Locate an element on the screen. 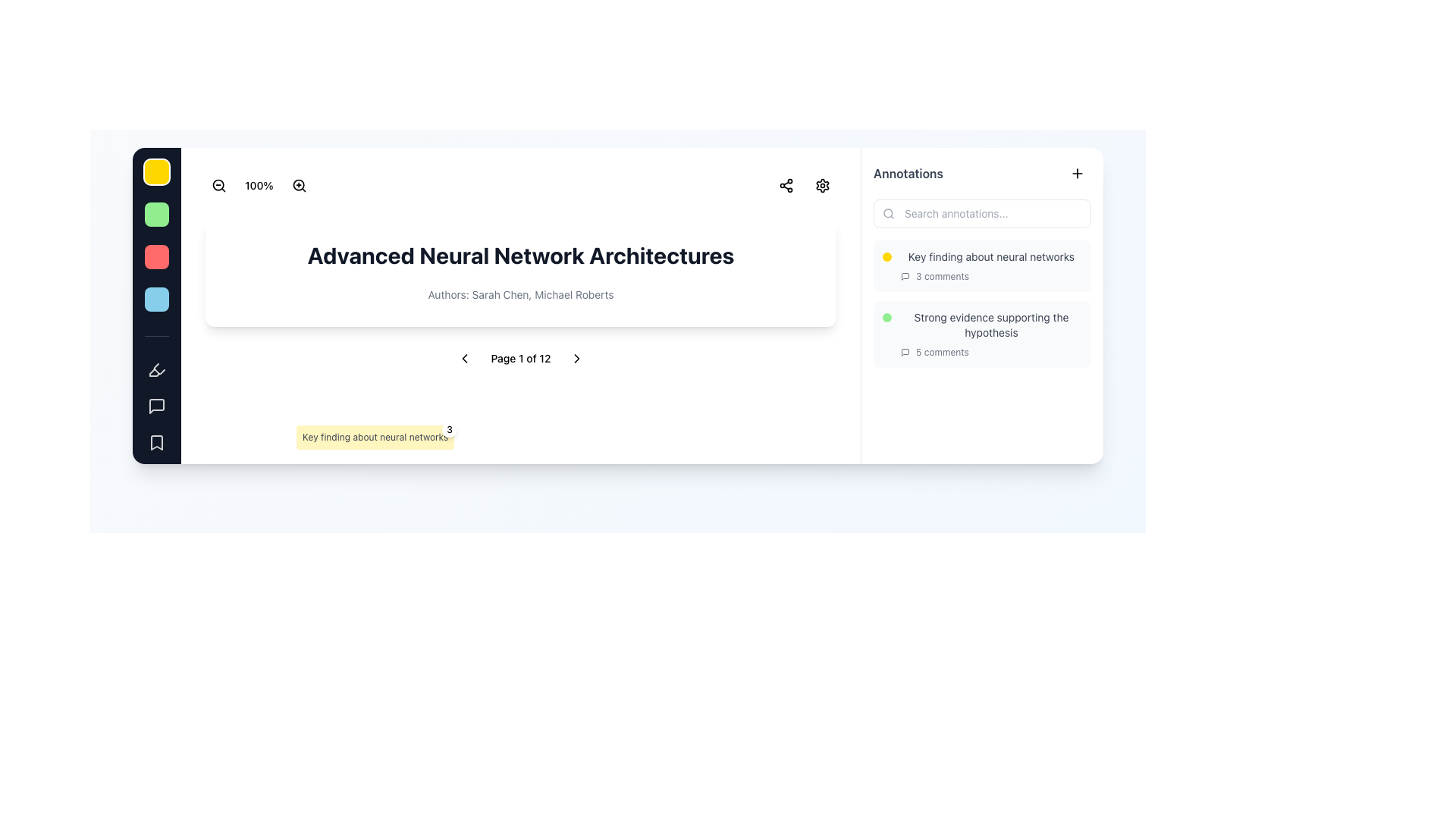 The image size is (1456, 819). the small circular light green indicator located to the left of the text 'Strong evidence supporting the hypothesis' is located at coordinates (887, 317).